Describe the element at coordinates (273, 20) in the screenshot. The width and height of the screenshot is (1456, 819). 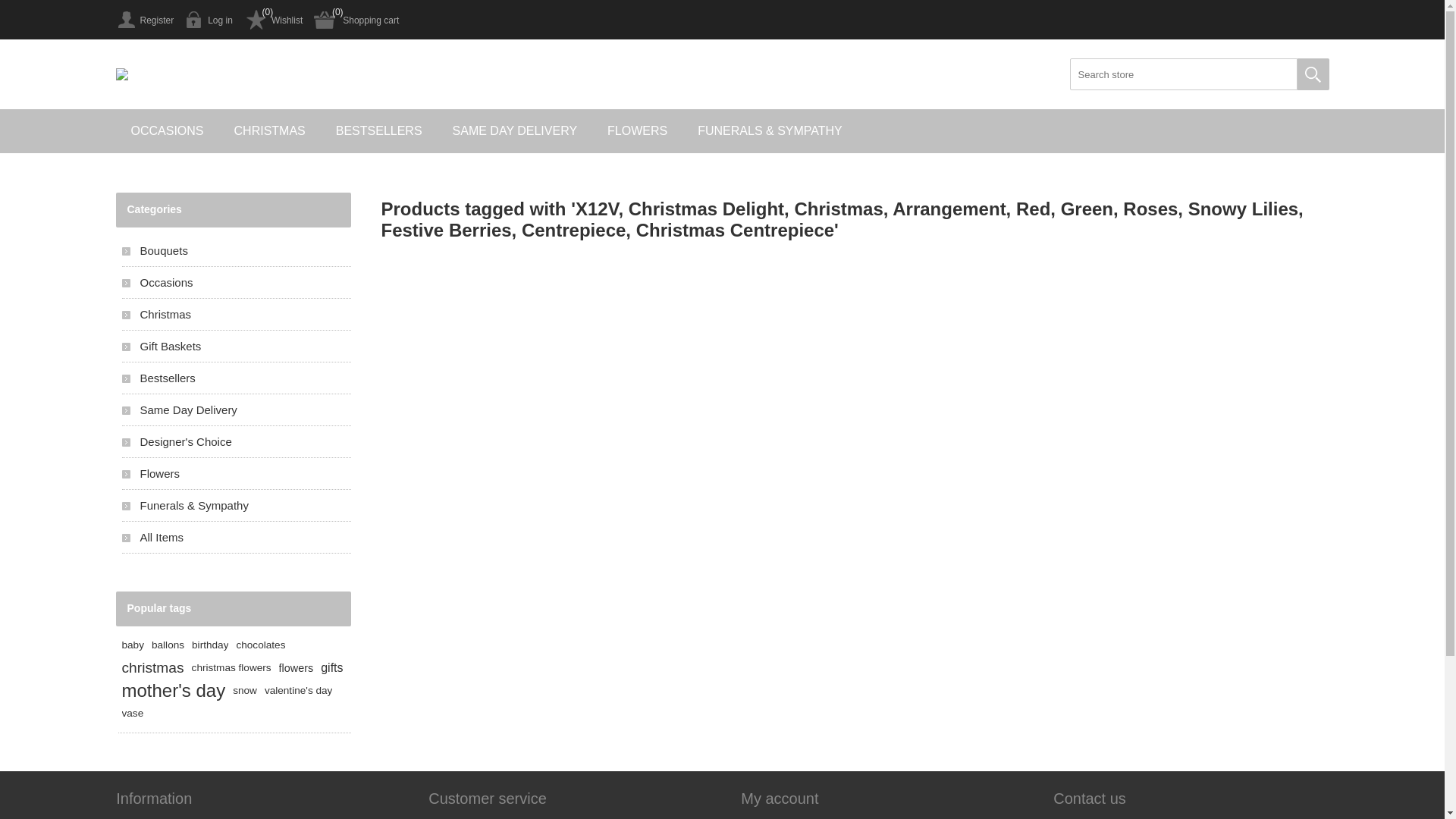
I see `'Wishlist'` at that location.